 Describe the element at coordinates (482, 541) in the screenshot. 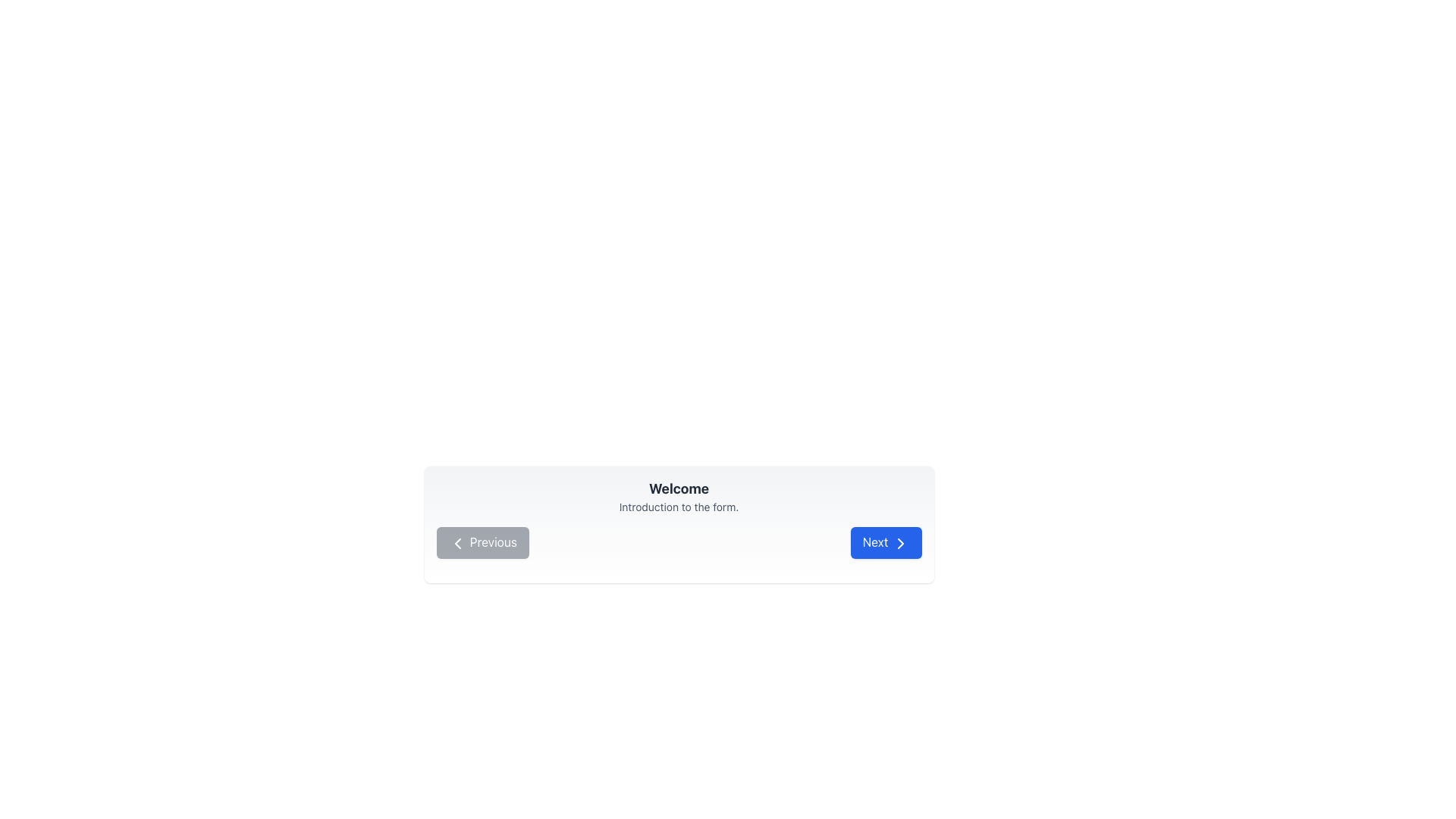

I see `the 'Previous' button located at the bottom center of the interface` at that location.